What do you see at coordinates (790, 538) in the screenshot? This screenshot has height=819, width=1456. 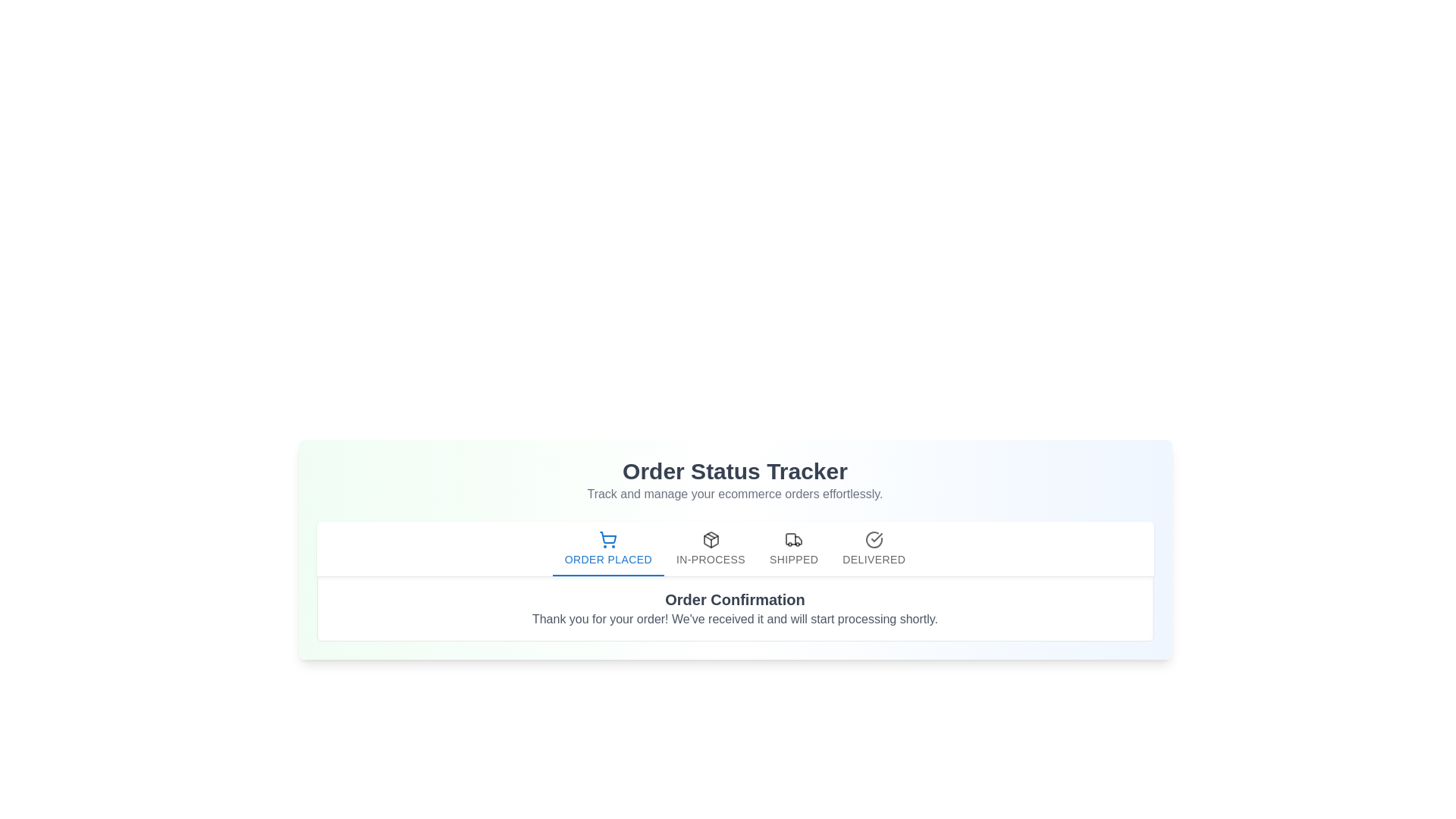 I see `the 'Shipped' status icon in the order tracking interface, which is located between the 'In-Process' and 'Delivered' statuses` at bounding box center [790, 538].